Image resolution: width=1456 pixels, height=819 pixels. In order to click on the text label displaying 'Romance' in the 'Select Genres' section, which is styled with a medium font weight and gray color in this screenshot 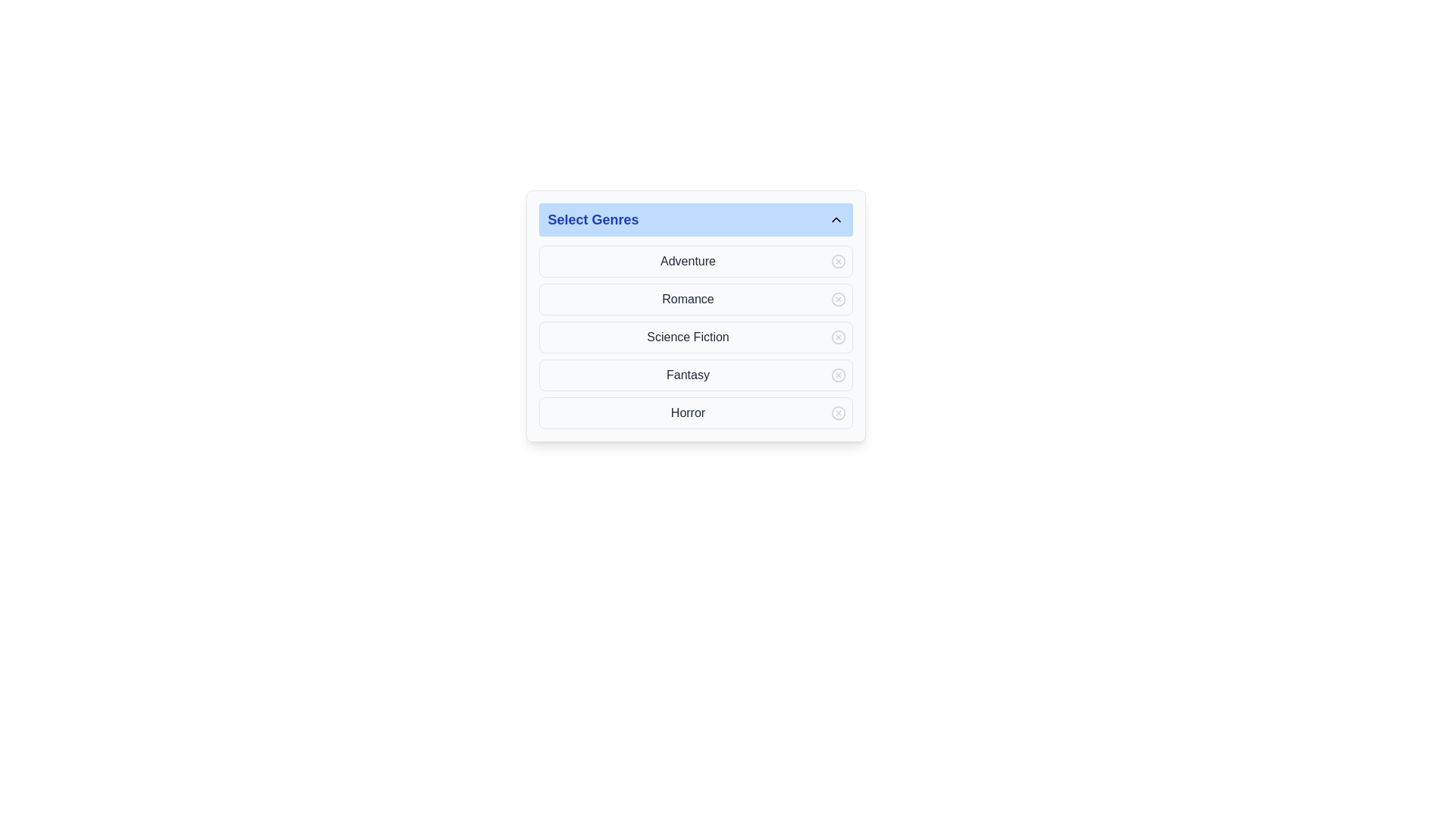, I will do `click(687, 299)`.